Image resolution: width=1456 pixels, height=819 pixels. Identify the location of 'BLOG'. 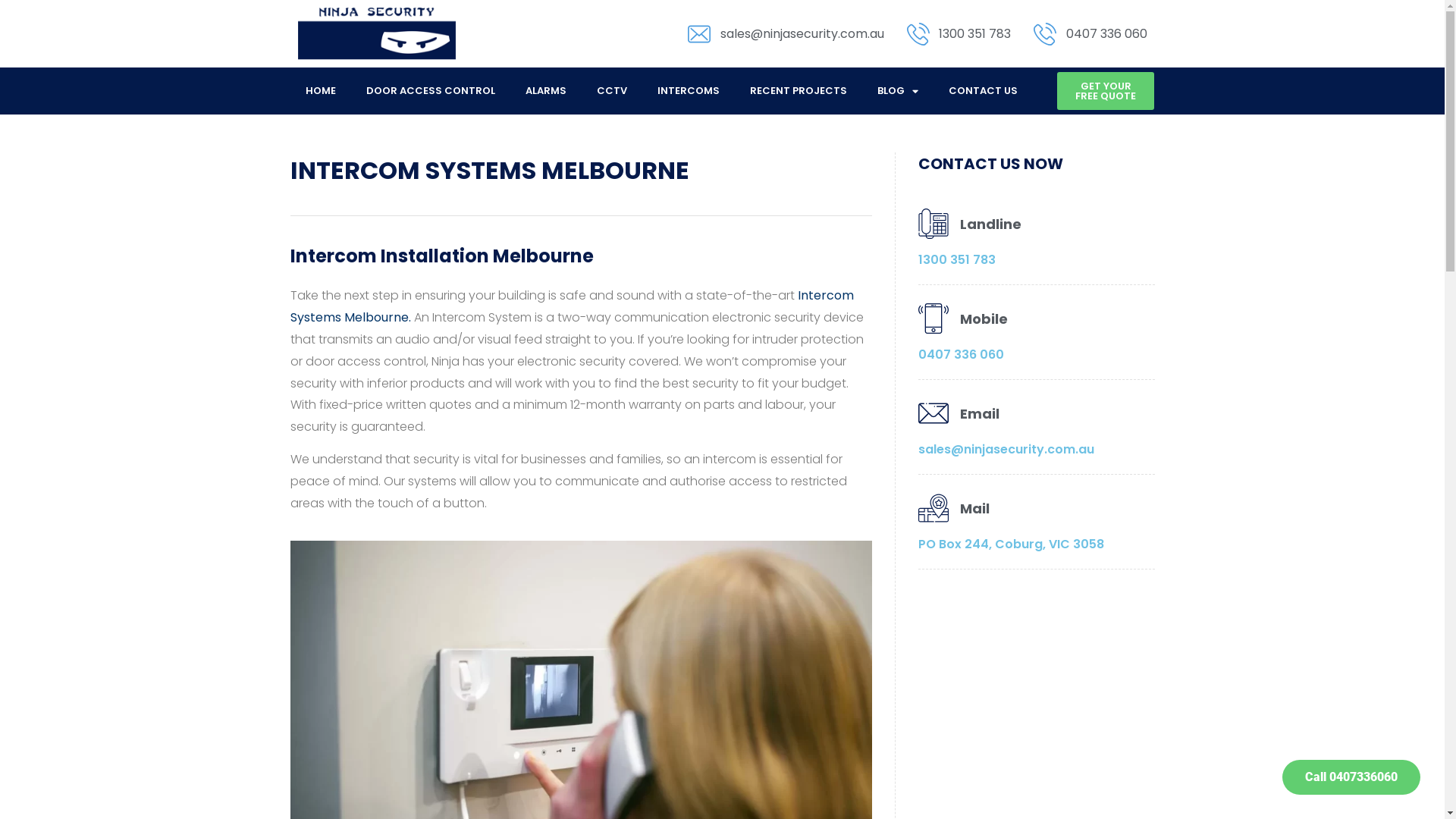
(896, 90).